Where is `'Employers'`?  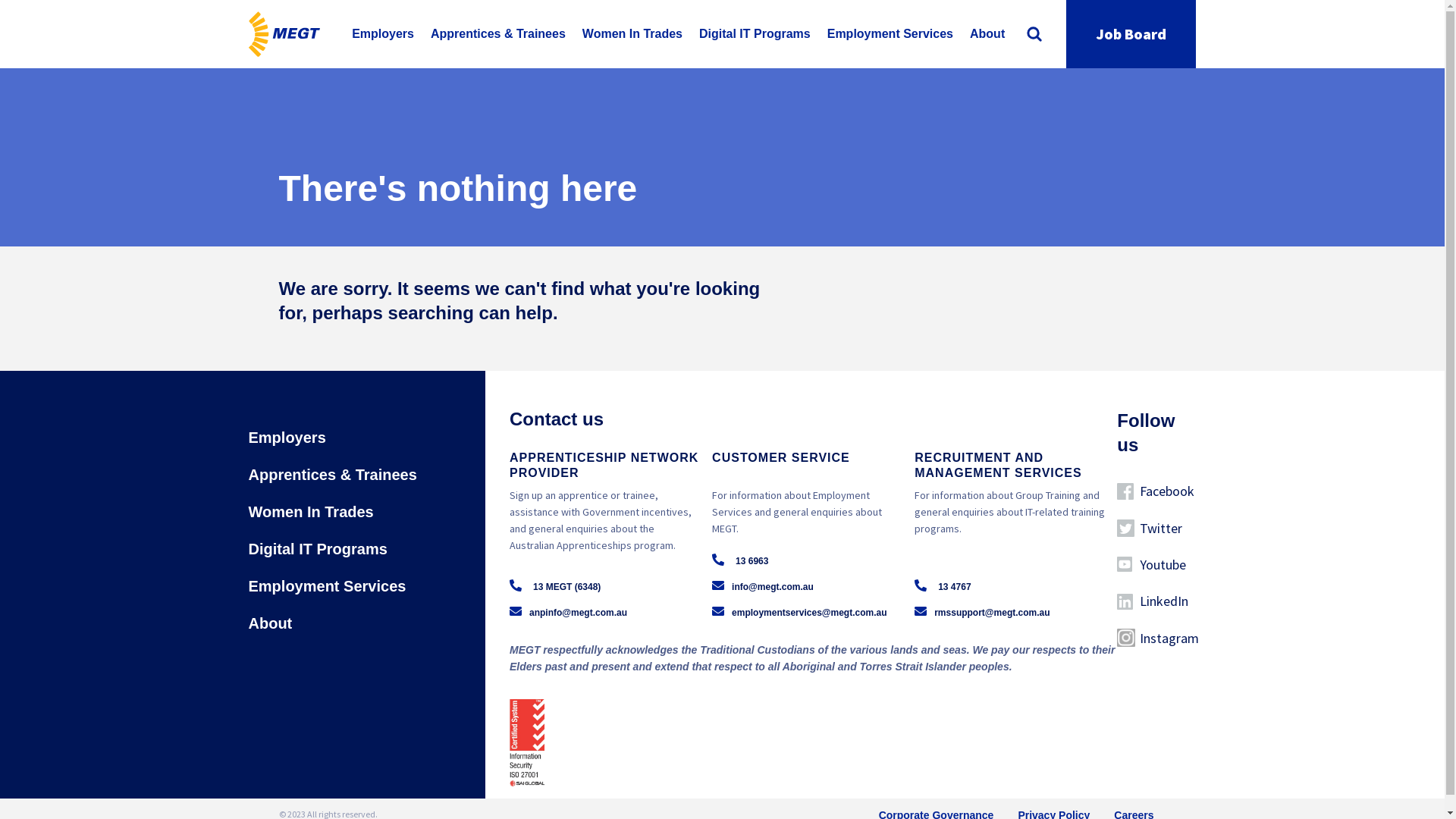 'Employers' is located at coordinates (290, 441).